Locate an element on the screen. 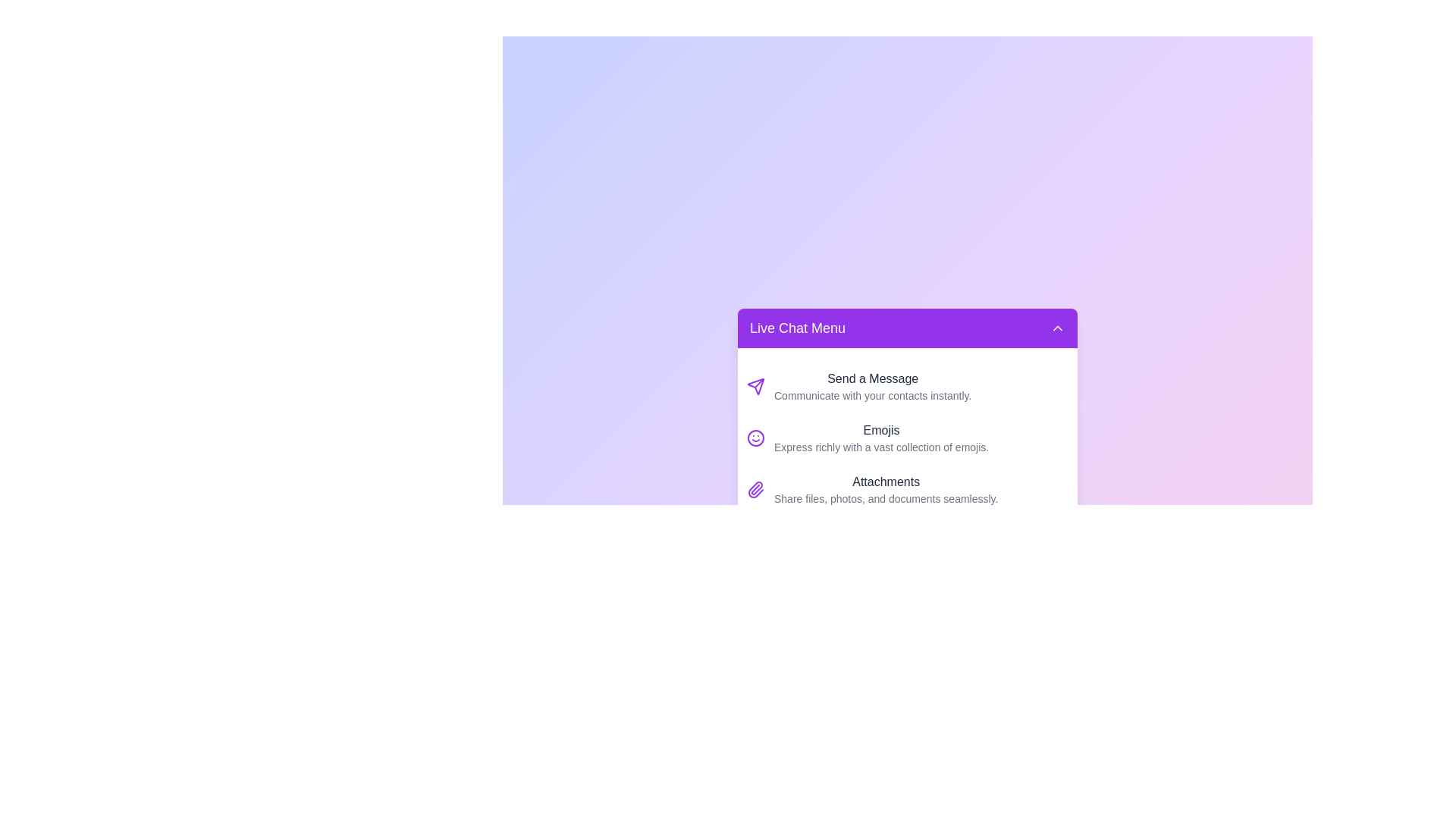  the menu item corresponding to Send a Message is located at coordinates (907, 385).